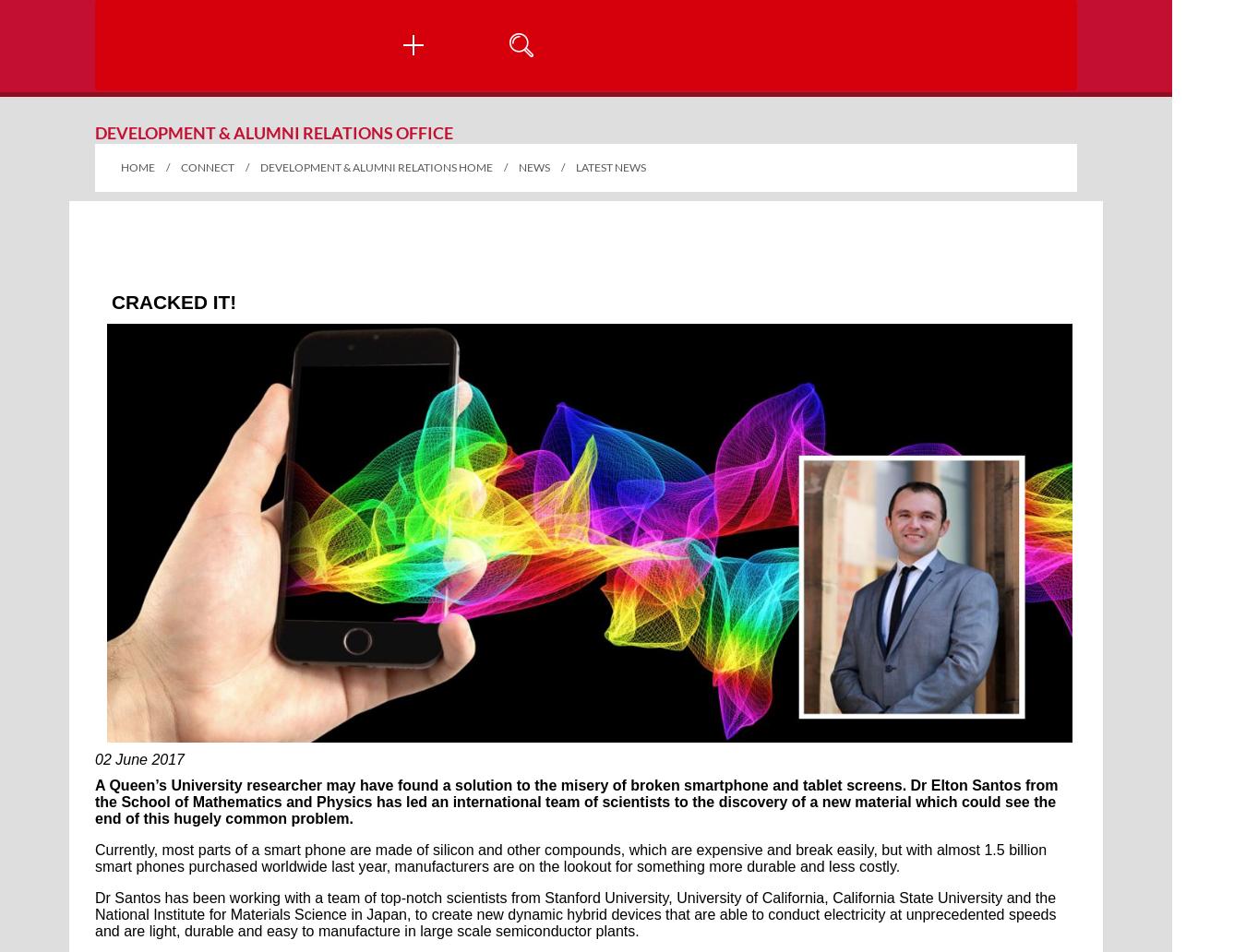 The image size is (1246, 952). Describe the element at coordinates (518, 165) in the screenshot. I see `'News'` at that location.